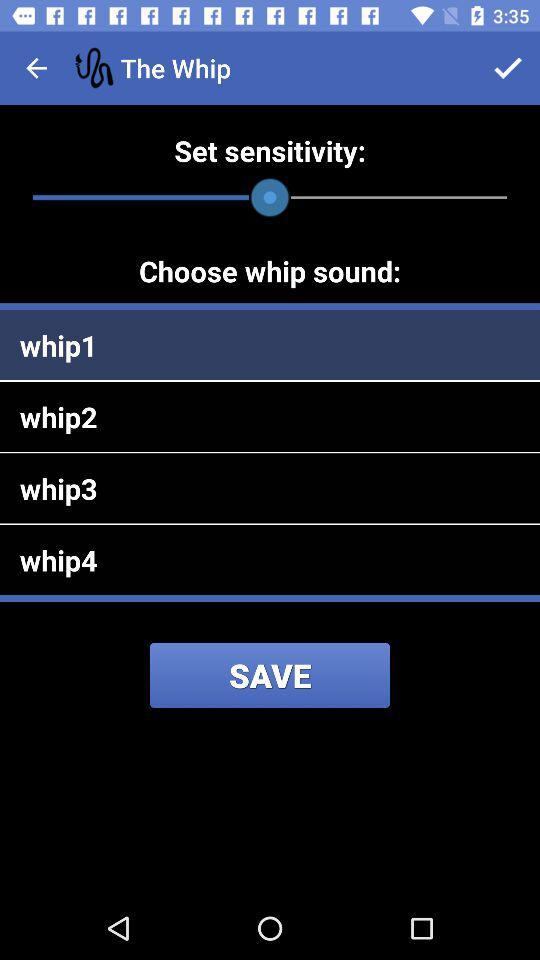 This screenshot has height=960, width=540. What do you see at coordinates (508, 68) in the screenshot?
I see `item above the set sensitivity: item` at bounding box center [508, 68].